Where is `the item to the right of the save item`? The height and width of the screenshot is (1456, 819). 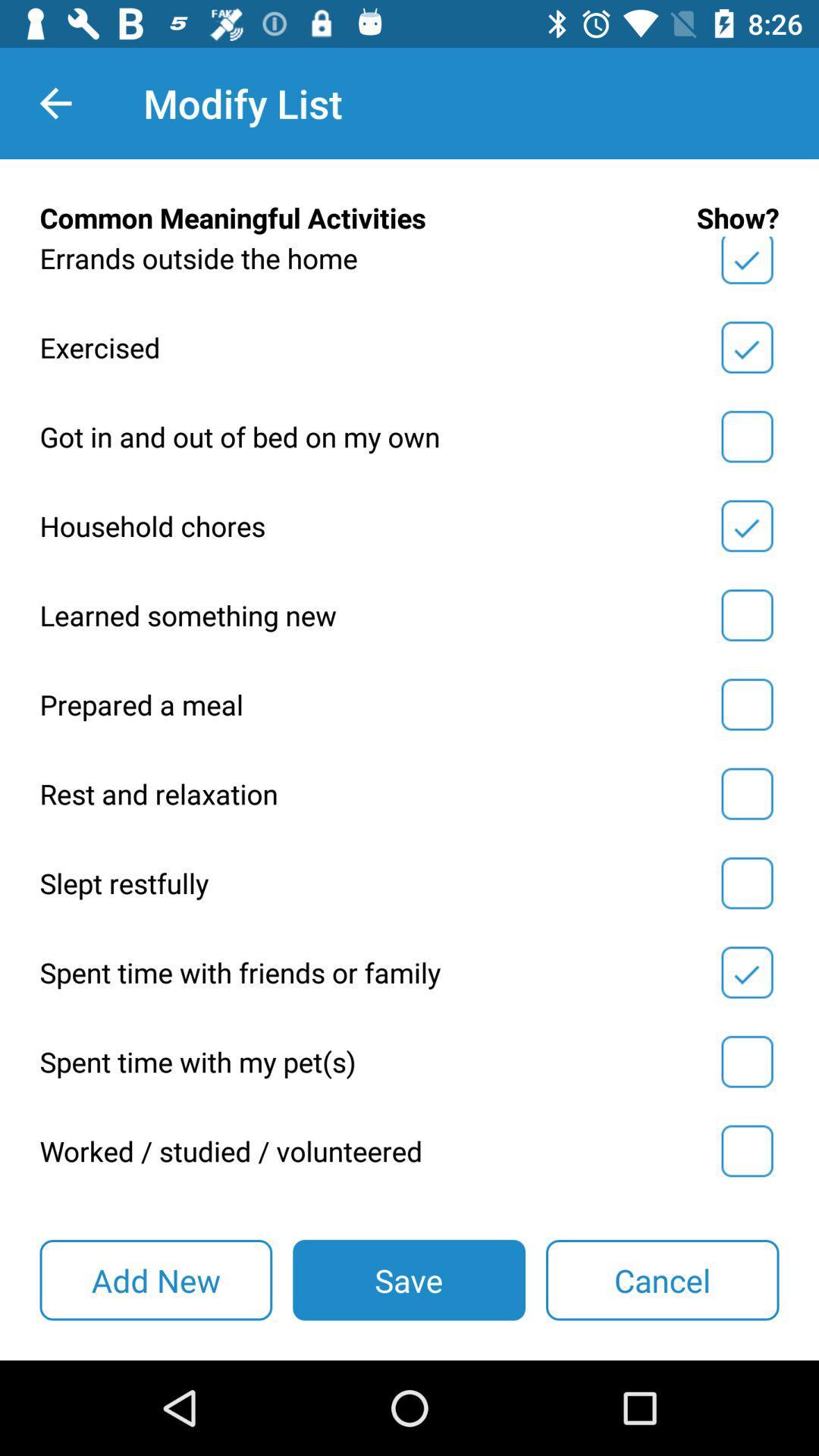
the item to the right of the save item is located at coordinates (661, 1279).